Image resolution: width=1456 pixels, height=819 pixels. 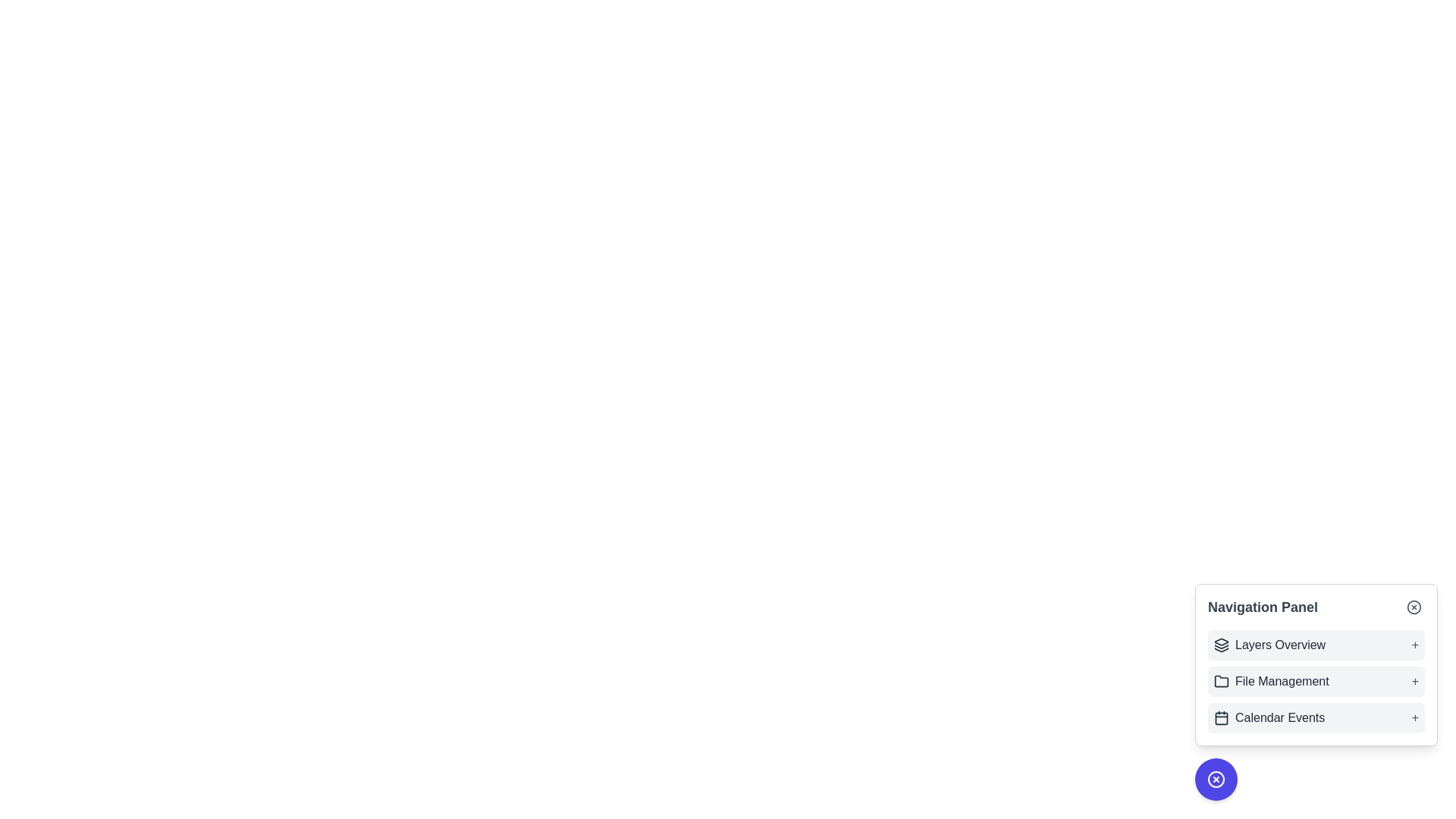 I want to click on the calendar icon located to the left of the 'Calendar Events' text, so click(x=1222, y=717).